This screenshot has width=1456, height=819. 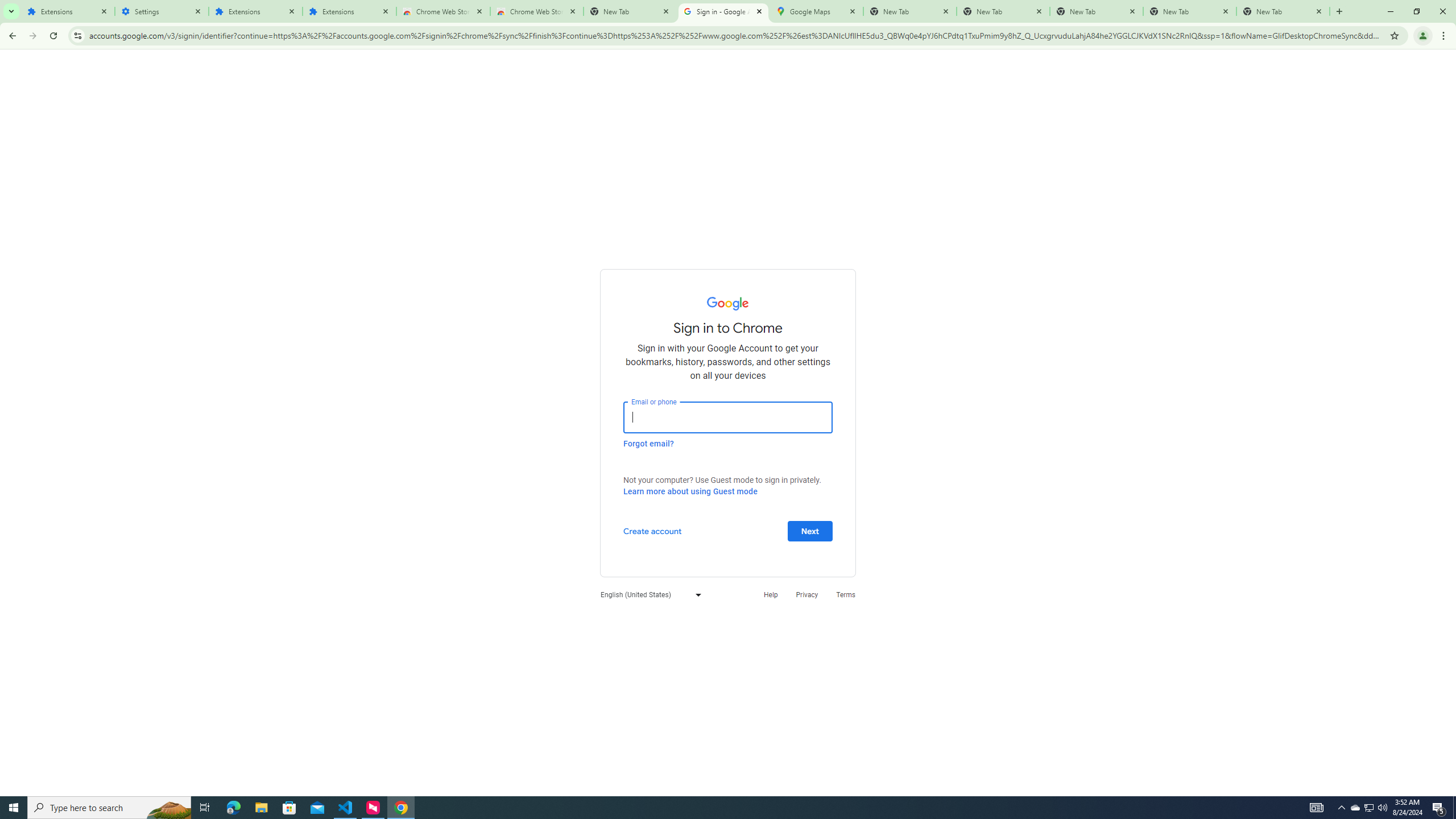 I want to click on 'Extensions', so click(x=255, y=11).